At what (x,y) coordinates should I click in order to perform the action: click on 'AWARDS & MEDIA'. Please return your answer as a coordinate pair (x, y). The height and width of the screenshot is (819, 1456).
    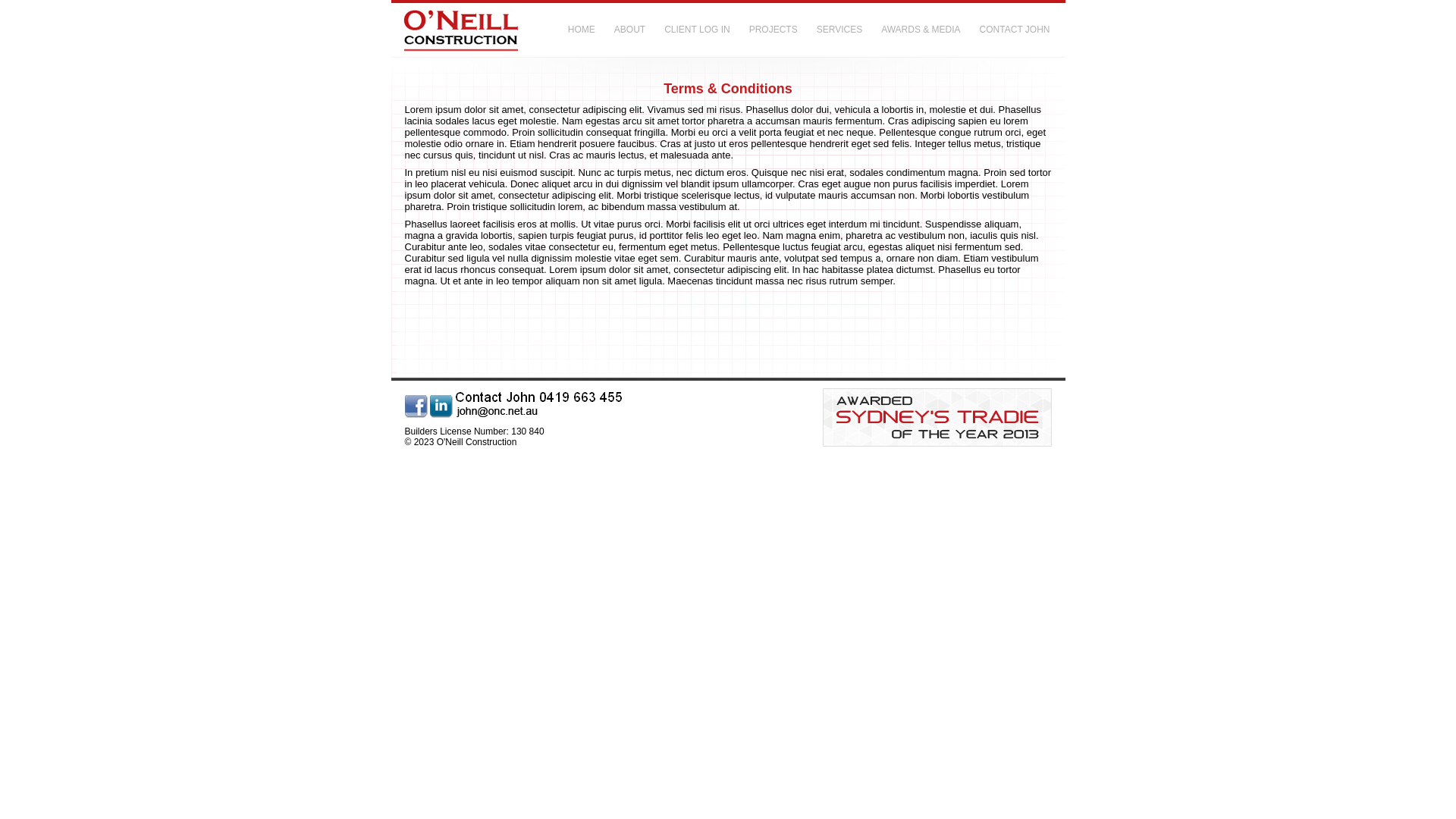
    Looking at the image, I should click on (880, 30).